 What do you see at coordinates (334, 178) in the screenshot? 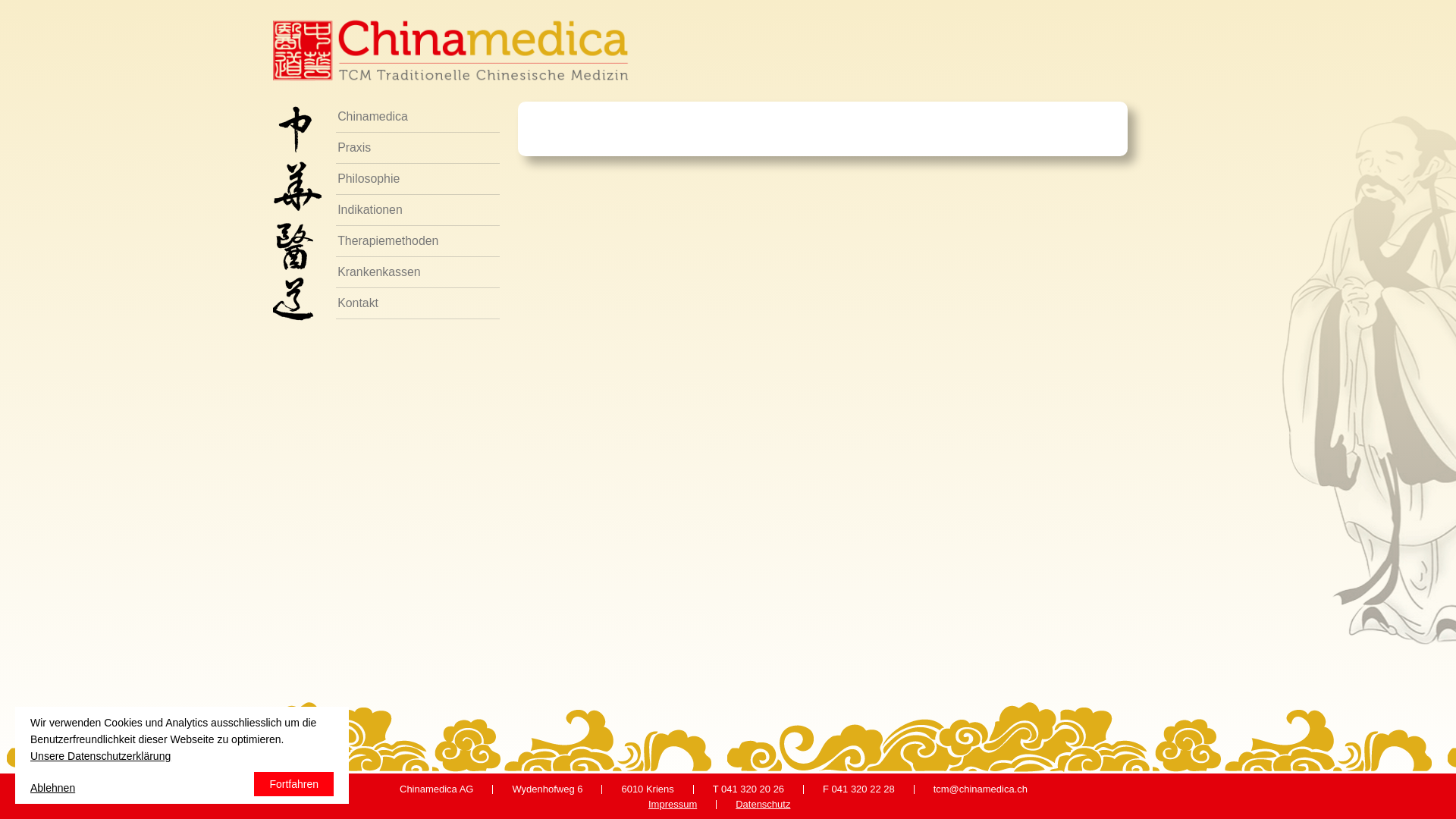
I see `'Philosophie'` at bounding box center [334, 178].